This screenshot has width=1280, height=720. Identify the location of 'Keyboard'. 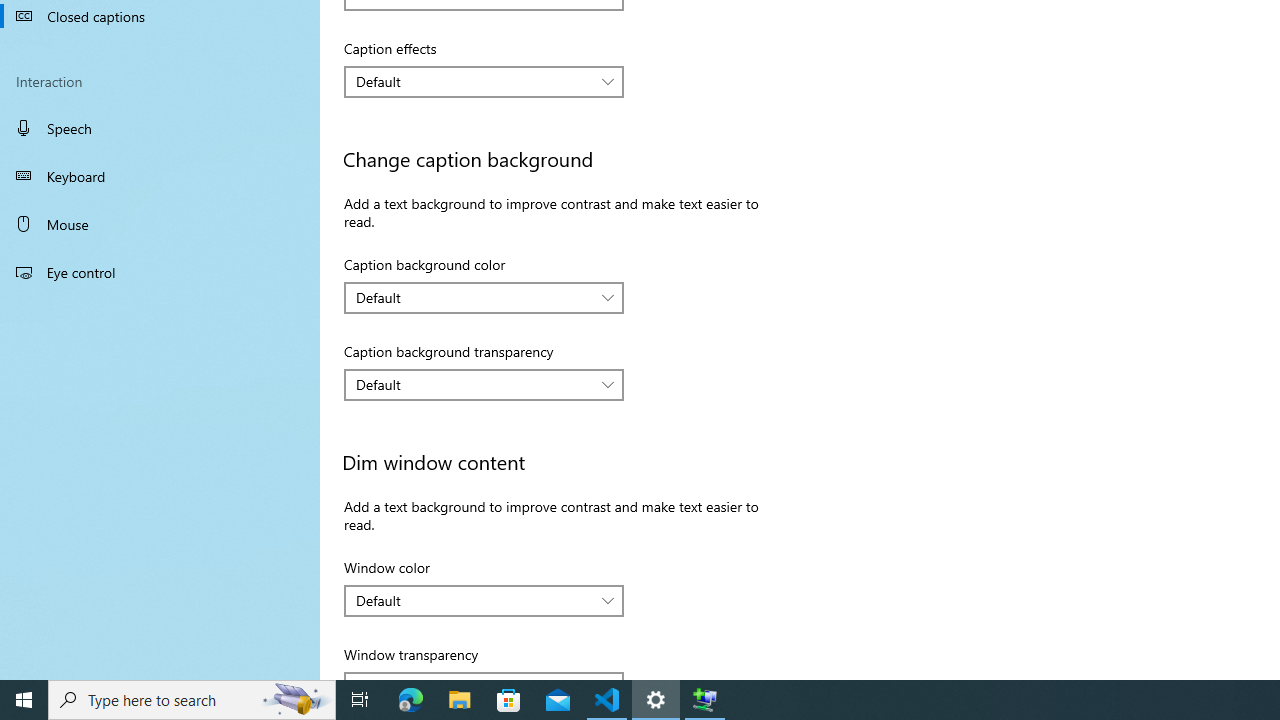
(160, 175).